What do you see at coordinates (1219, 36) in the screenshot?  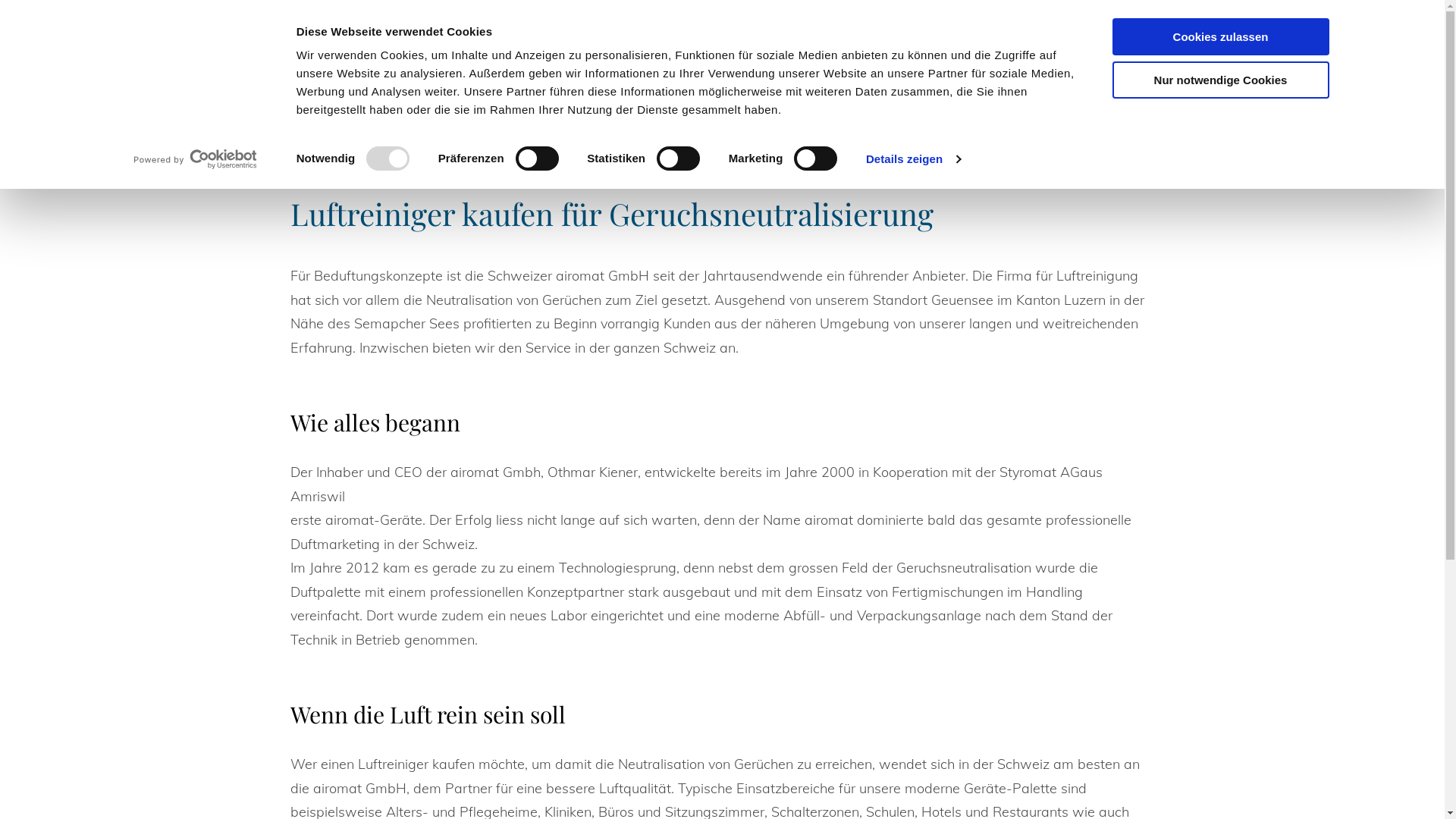 I see `'Cookies zulassen'` at bounding box center [1219, 36].